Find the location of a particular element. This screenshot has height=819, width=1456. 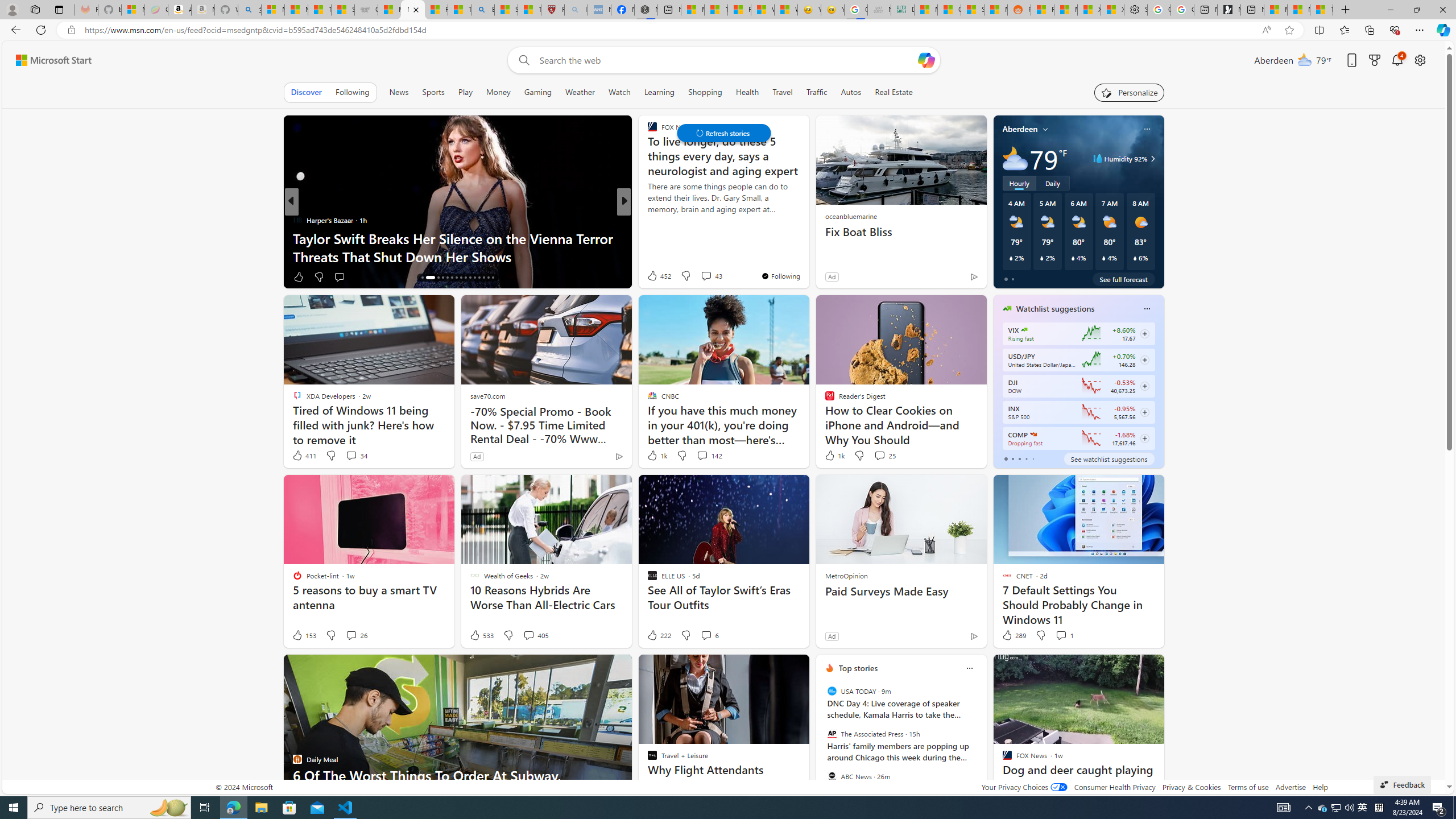

'View comments 89 Comment' is located at coordinates (702, 276).